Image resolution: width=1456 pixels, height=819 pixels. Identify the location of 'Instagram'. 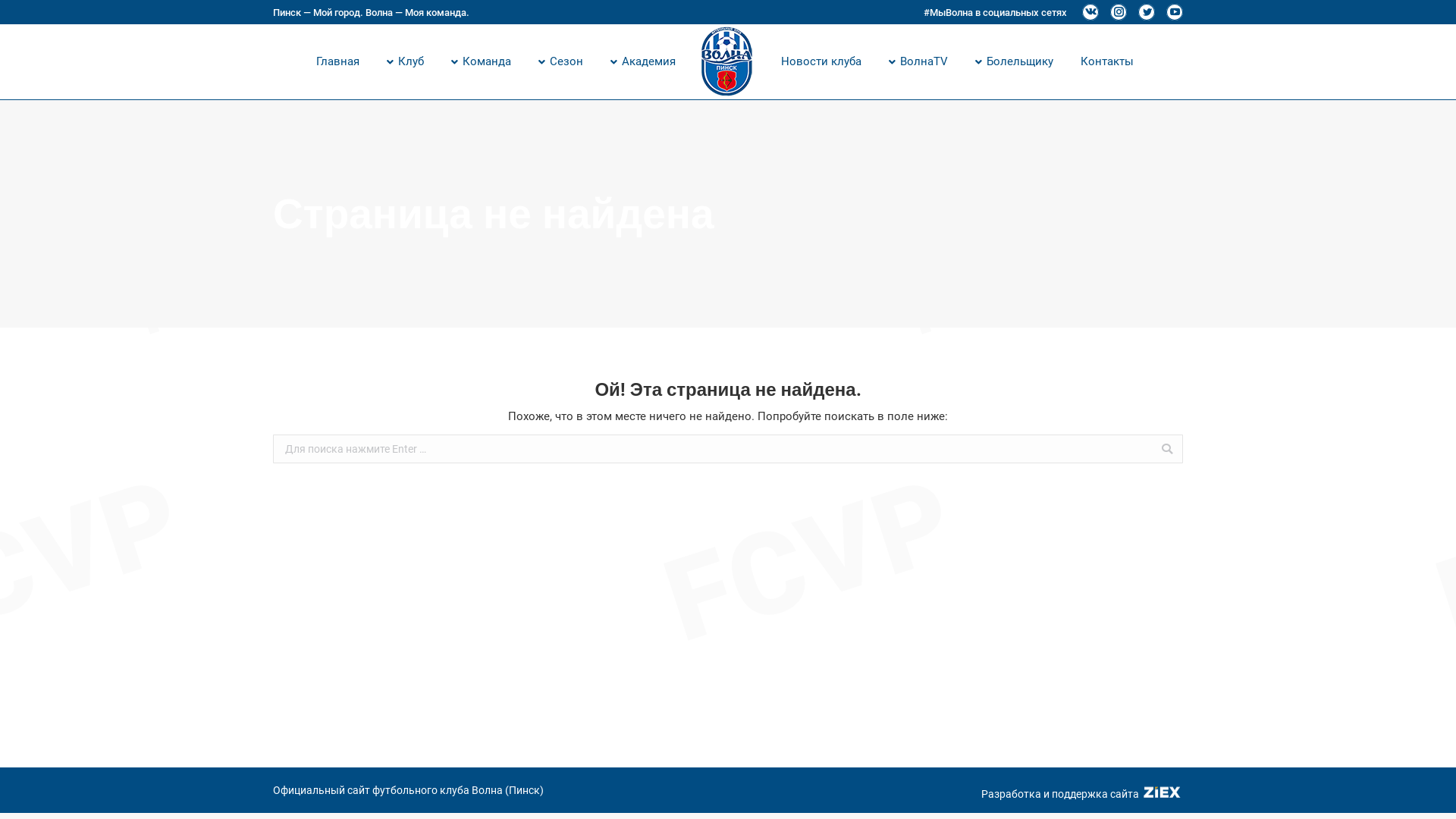
(1118, 11).